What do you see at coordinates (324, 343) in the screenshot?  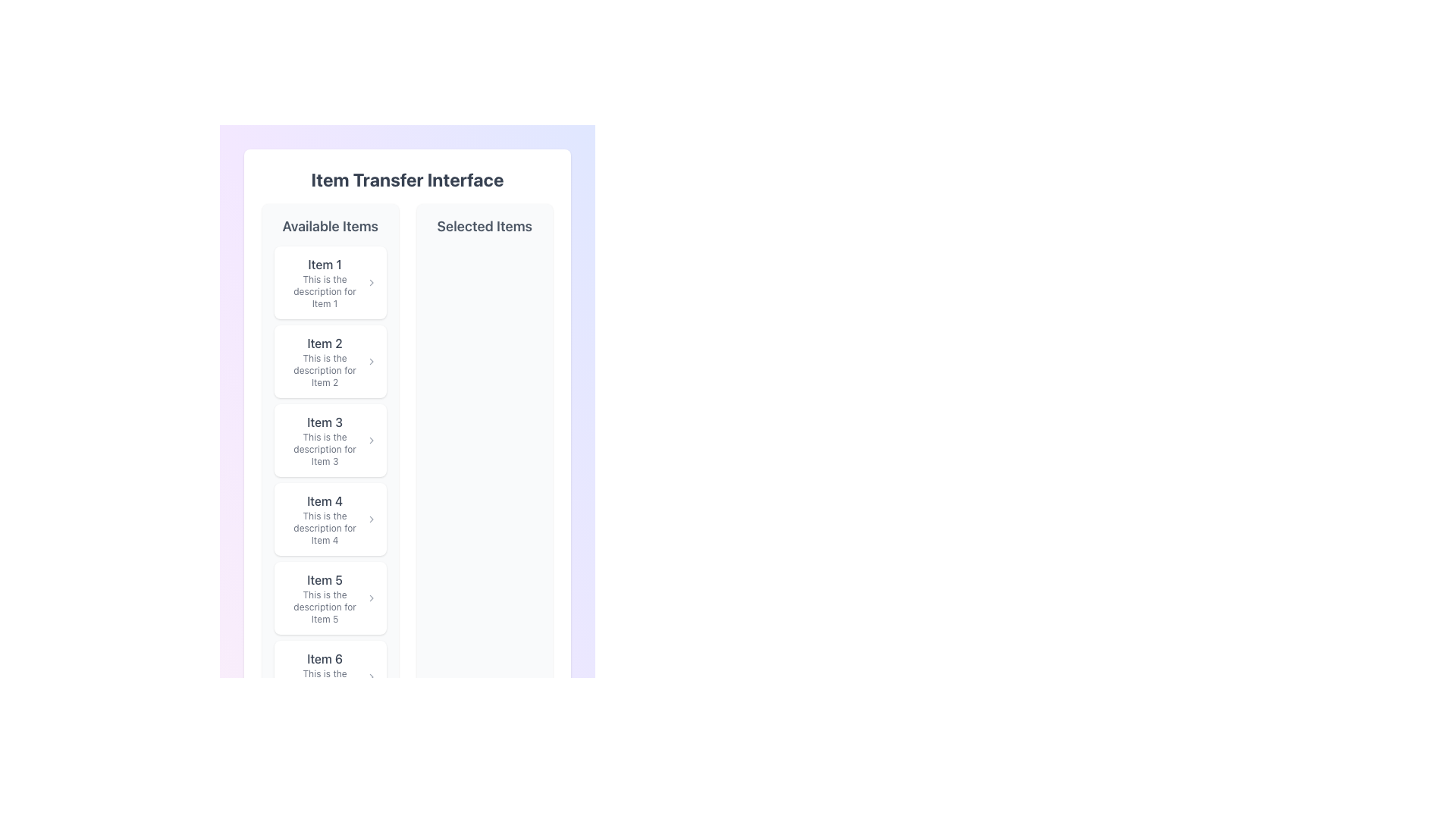 I see `the 'Item 2' label located at the top of its card in the 'Available Items' section by moving the cursor to its center point` at bounding box center [324, 343].